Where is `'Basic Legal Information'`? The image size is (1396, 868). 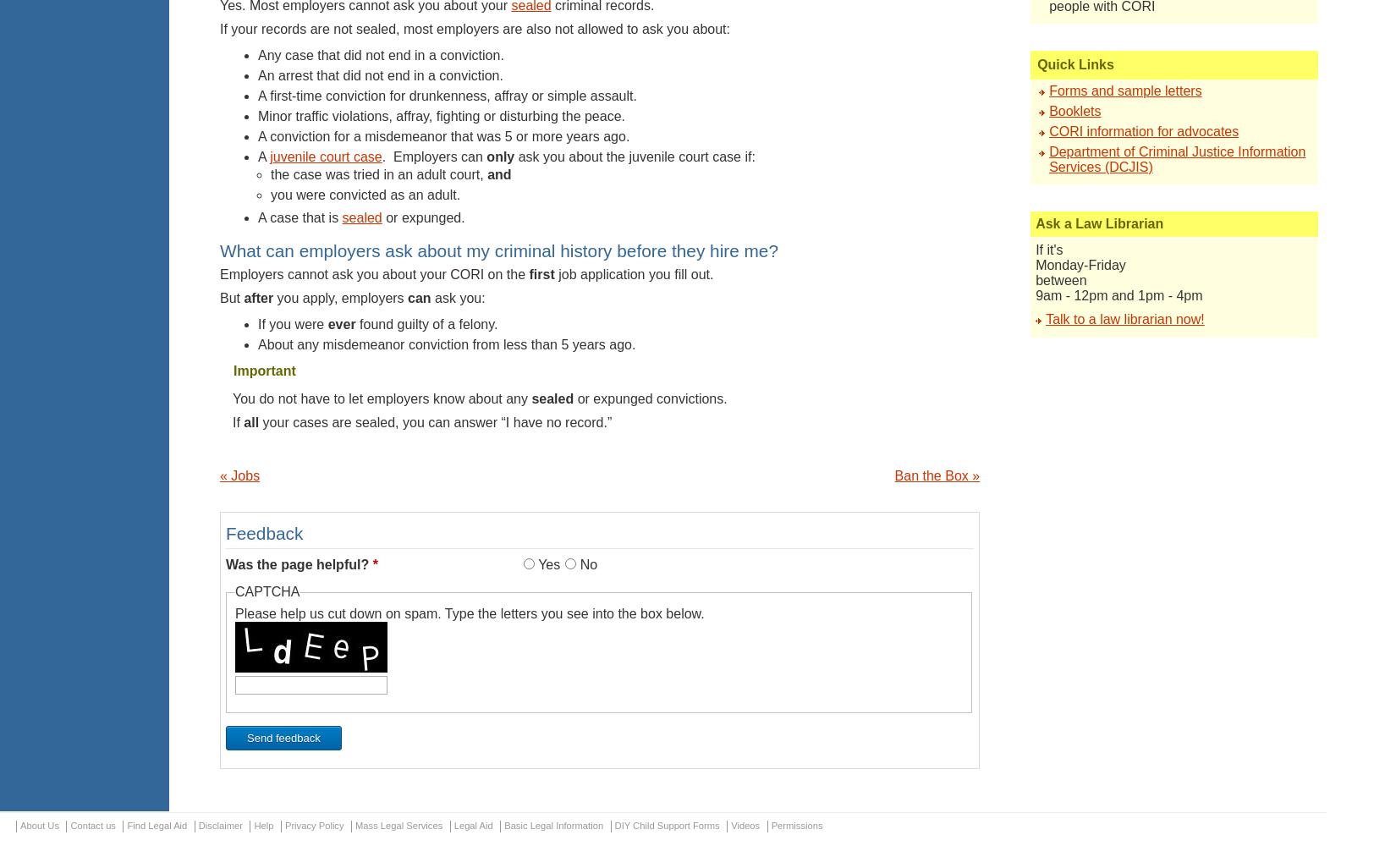 'Basic Legal Information' is located at coordinates (552, 825).